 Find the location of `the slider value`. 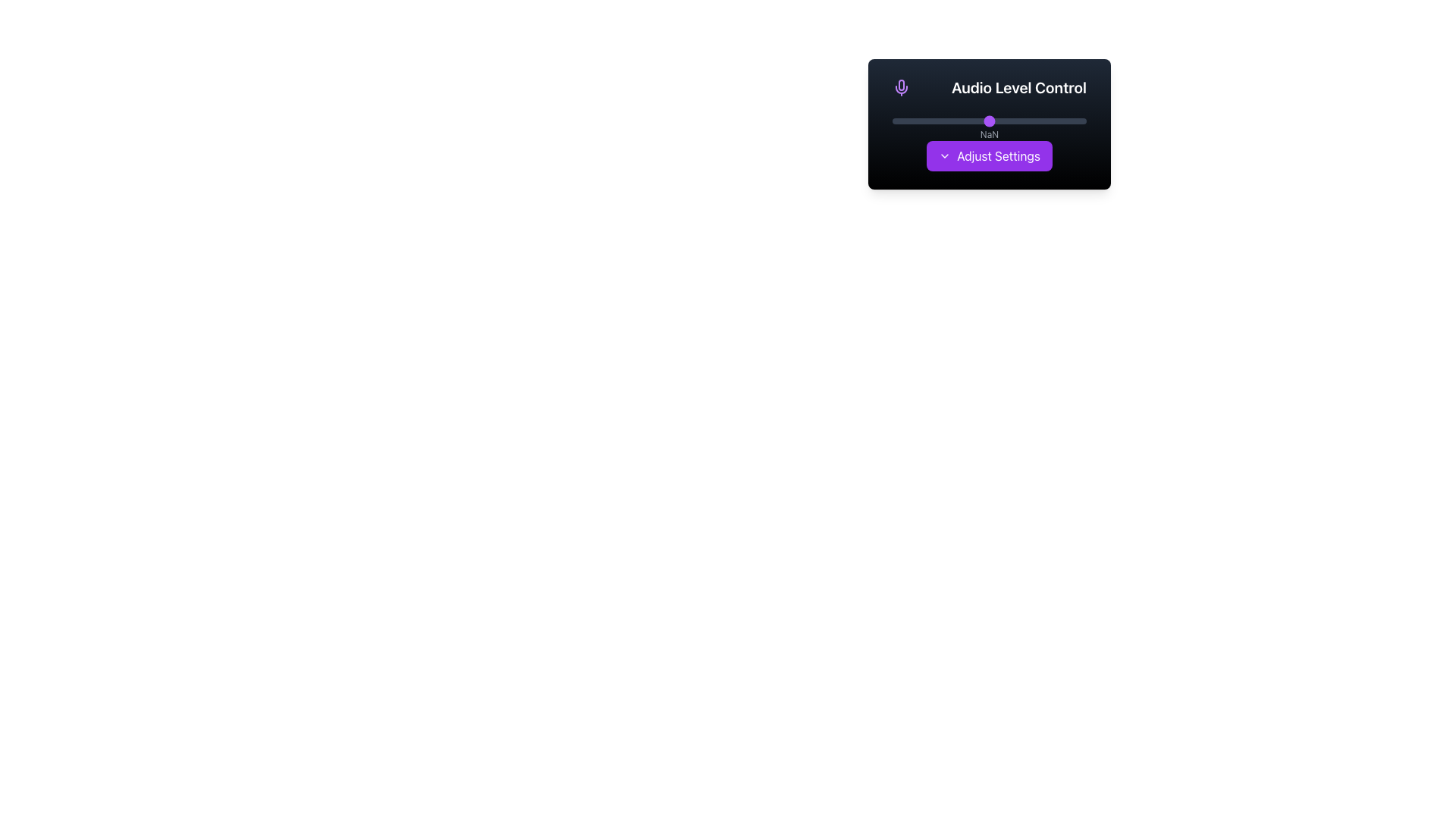

the slider value is located at coordinates (990, 120).